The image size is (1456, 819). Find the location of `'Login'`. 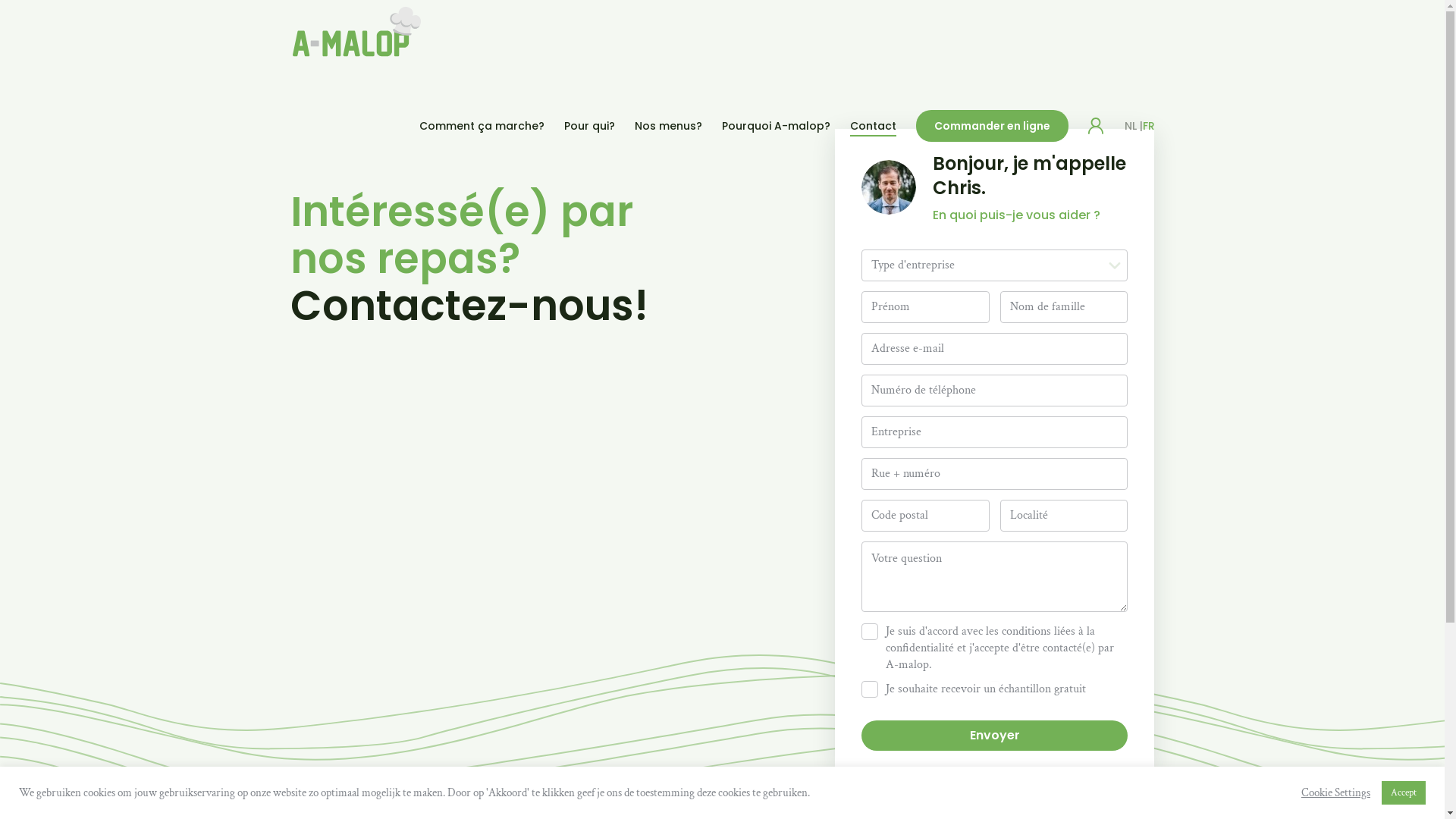

'Login' is located at coordinates (1095, 124).